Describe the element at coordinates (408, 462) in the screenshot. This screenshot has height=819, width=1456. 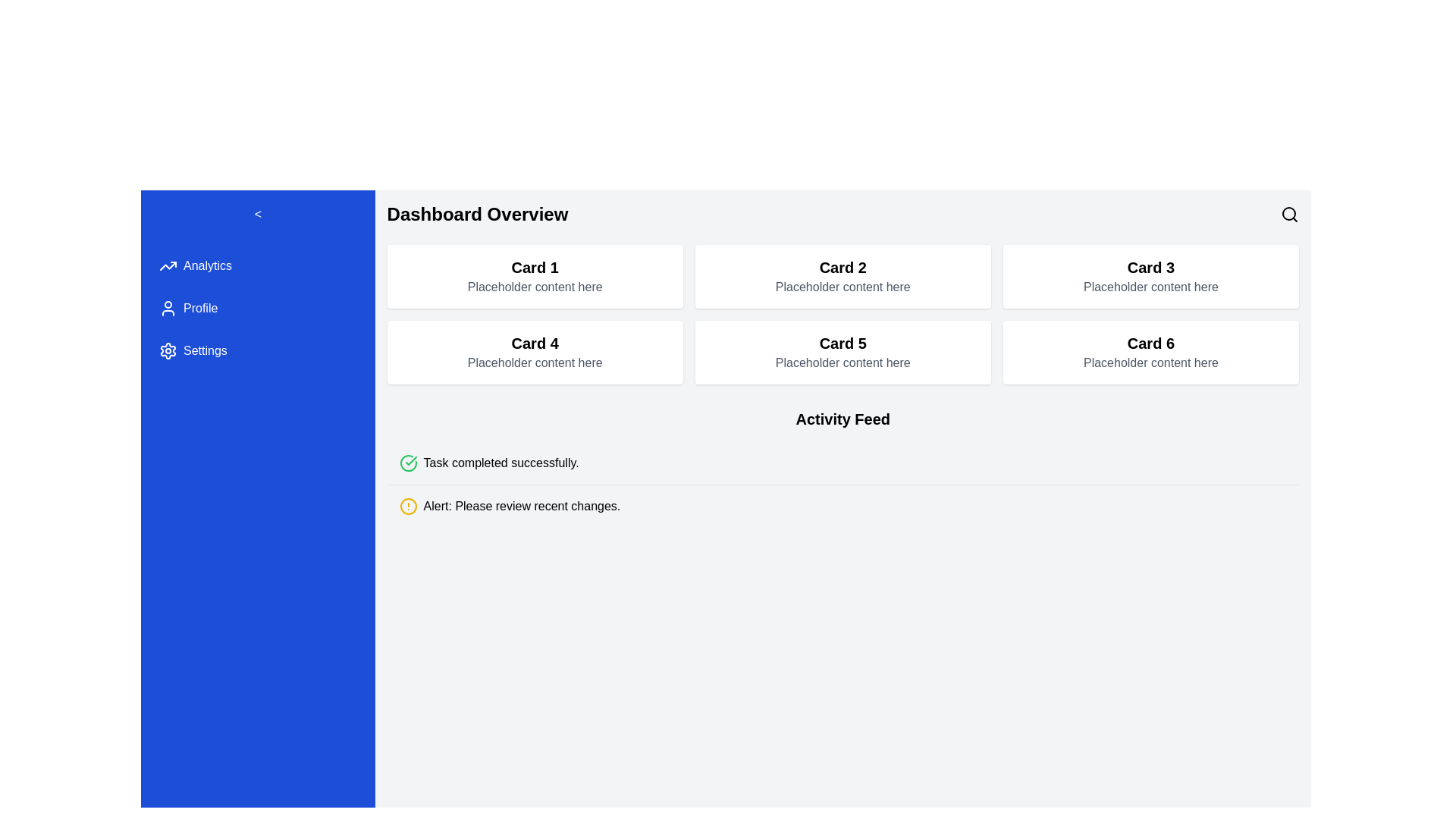
I see `the success icon in the Activity Feed section, which indicates that a task was completed successfully, located near the text 'Task completed successfully.'` at that location.